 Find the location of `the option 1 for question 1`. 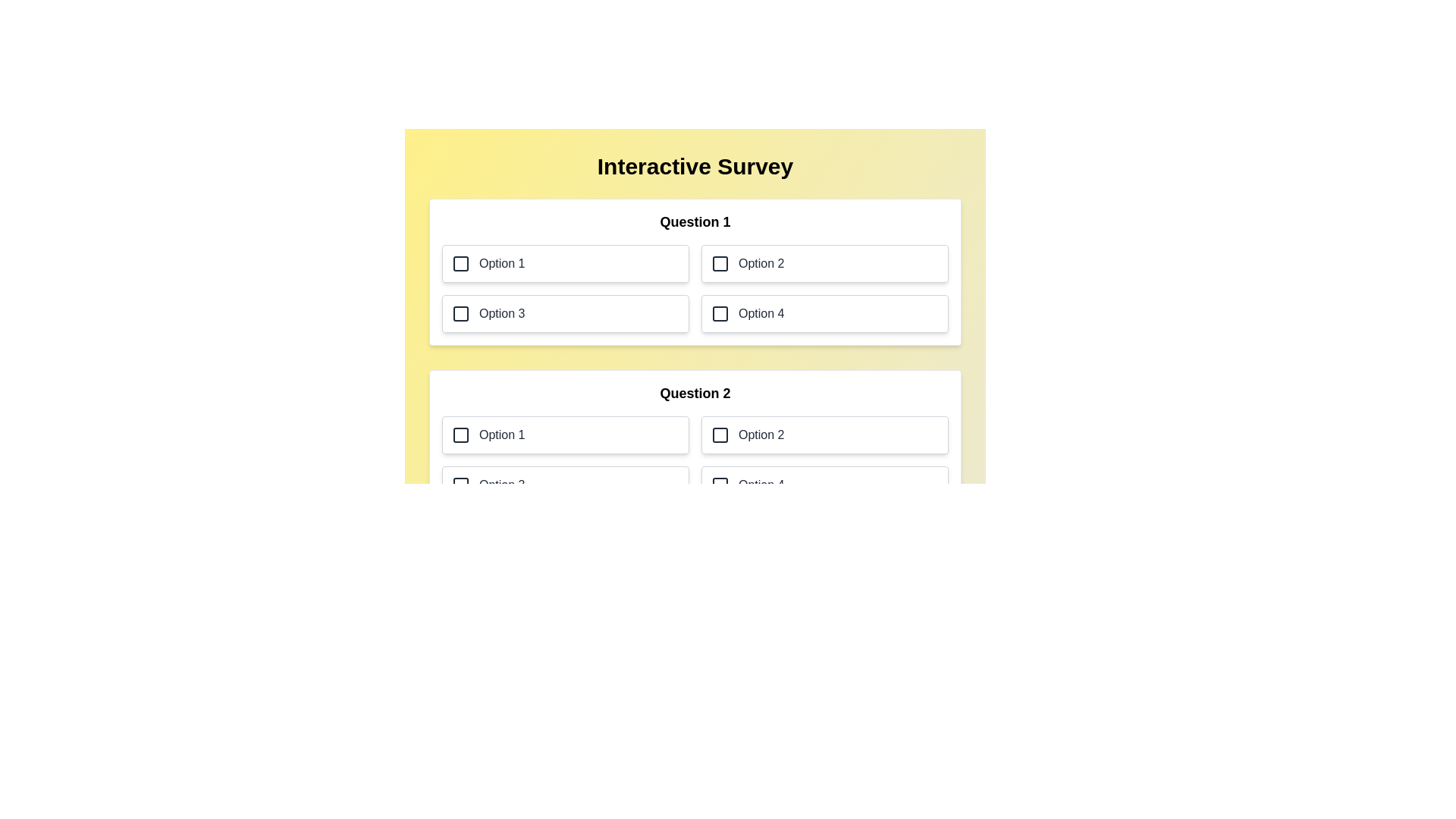

the option 1 for question 1 is located at coordinates (564, 262).